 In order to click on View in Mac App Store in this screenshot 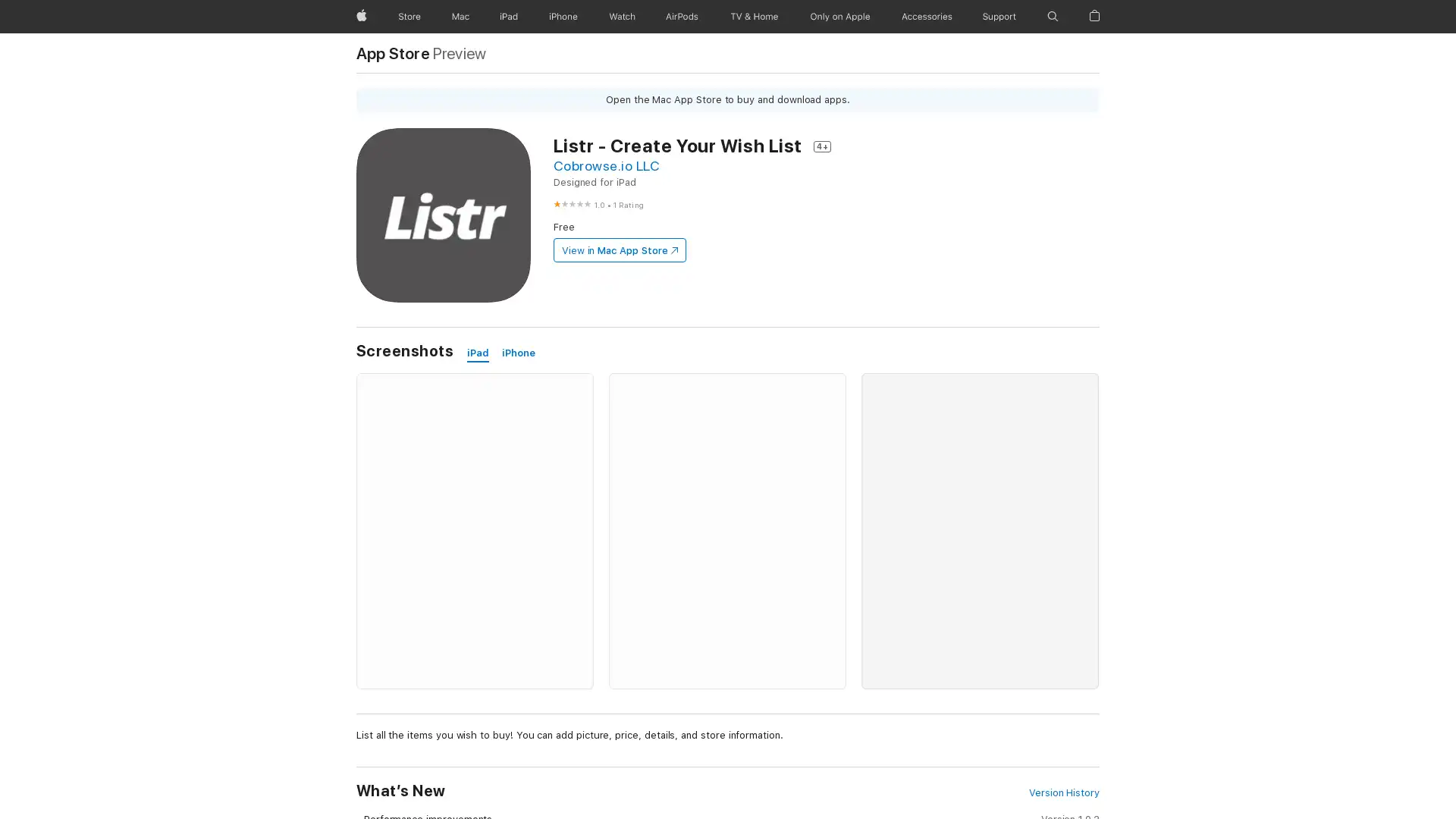, I will do `click(619, 249)`.